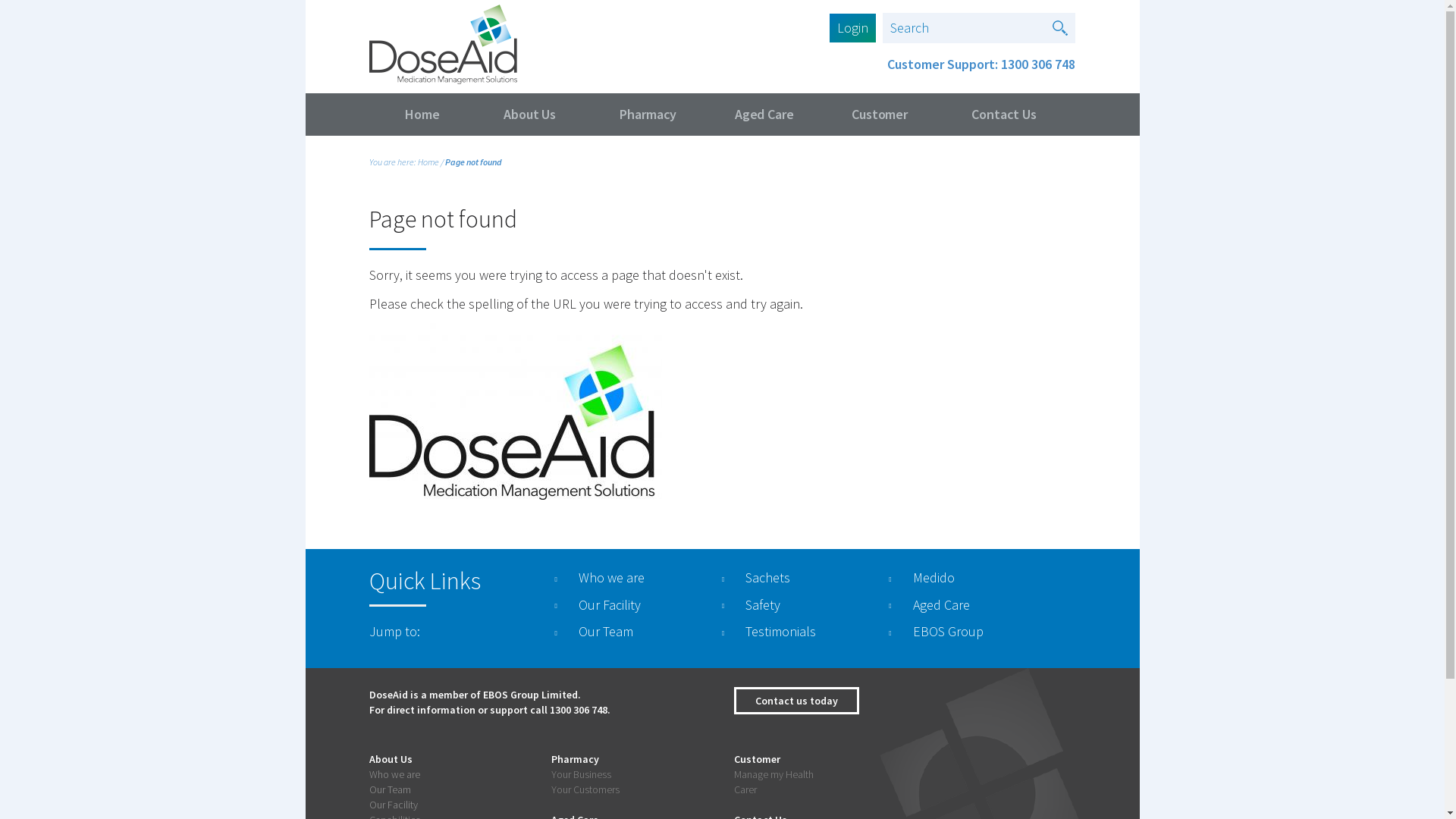 The image size is (1456, 819). What do you see at coordinates (764, 113) in the screenshot?
I see `'Aged Care'` at bounding box center [764, 113].